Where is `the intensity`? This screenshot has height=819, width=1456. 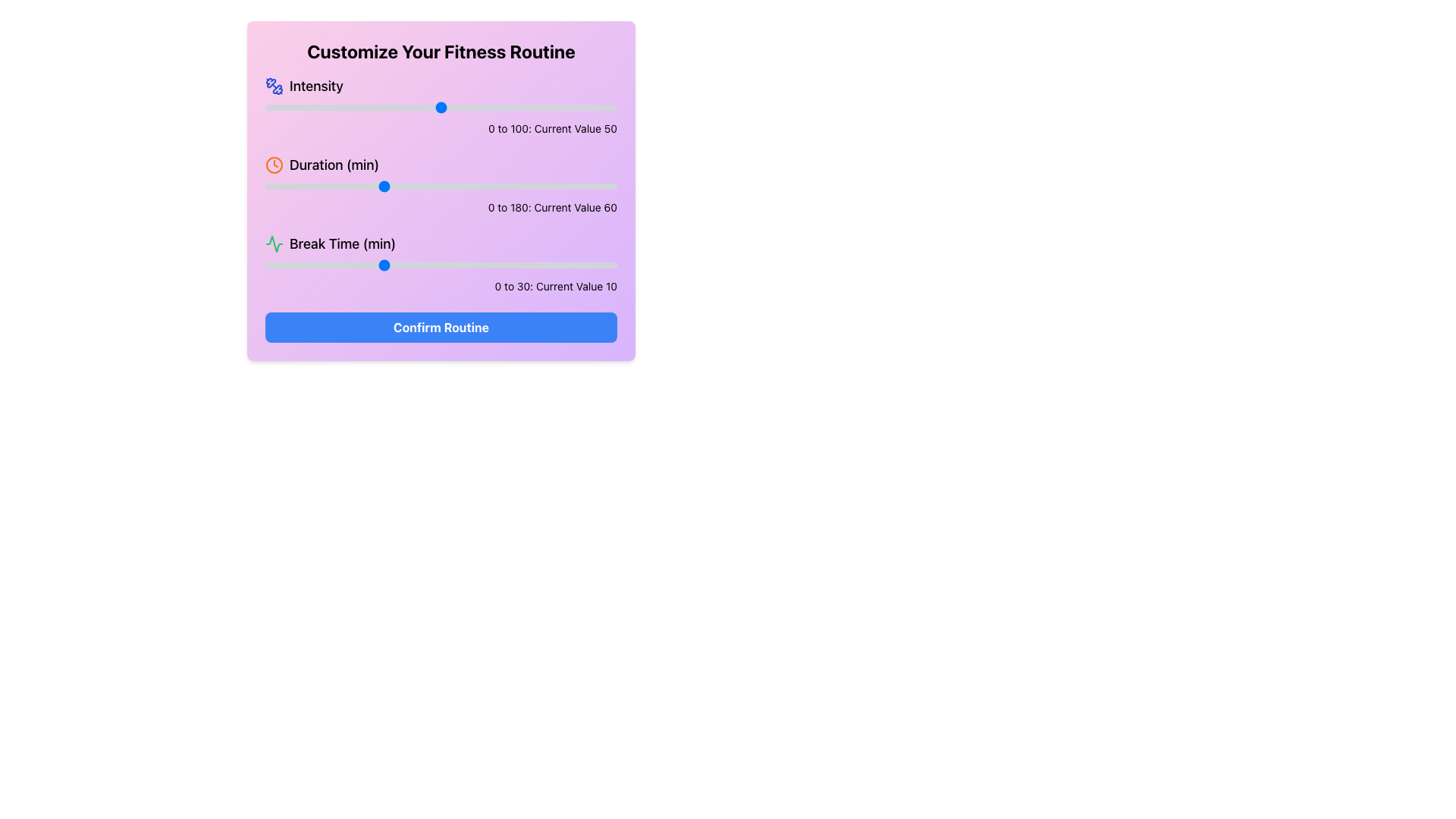 the intensity is located at coordinates (613, 107).